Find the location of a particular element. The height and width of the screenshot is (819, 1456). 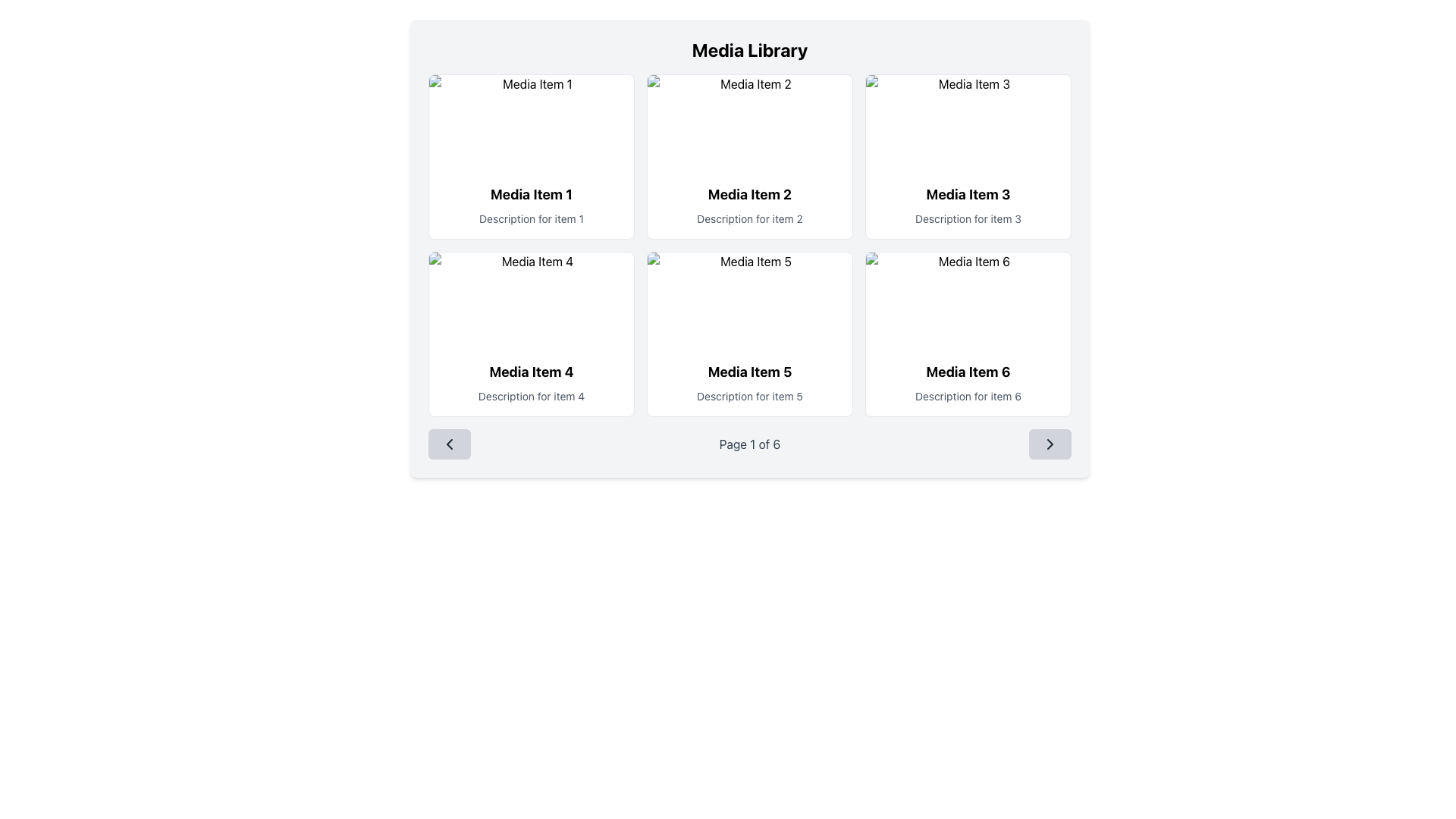

the thumbnail image representing 'Media Item 3' located at the top of its media card in the grid layout is located at coordinates (967, 122).